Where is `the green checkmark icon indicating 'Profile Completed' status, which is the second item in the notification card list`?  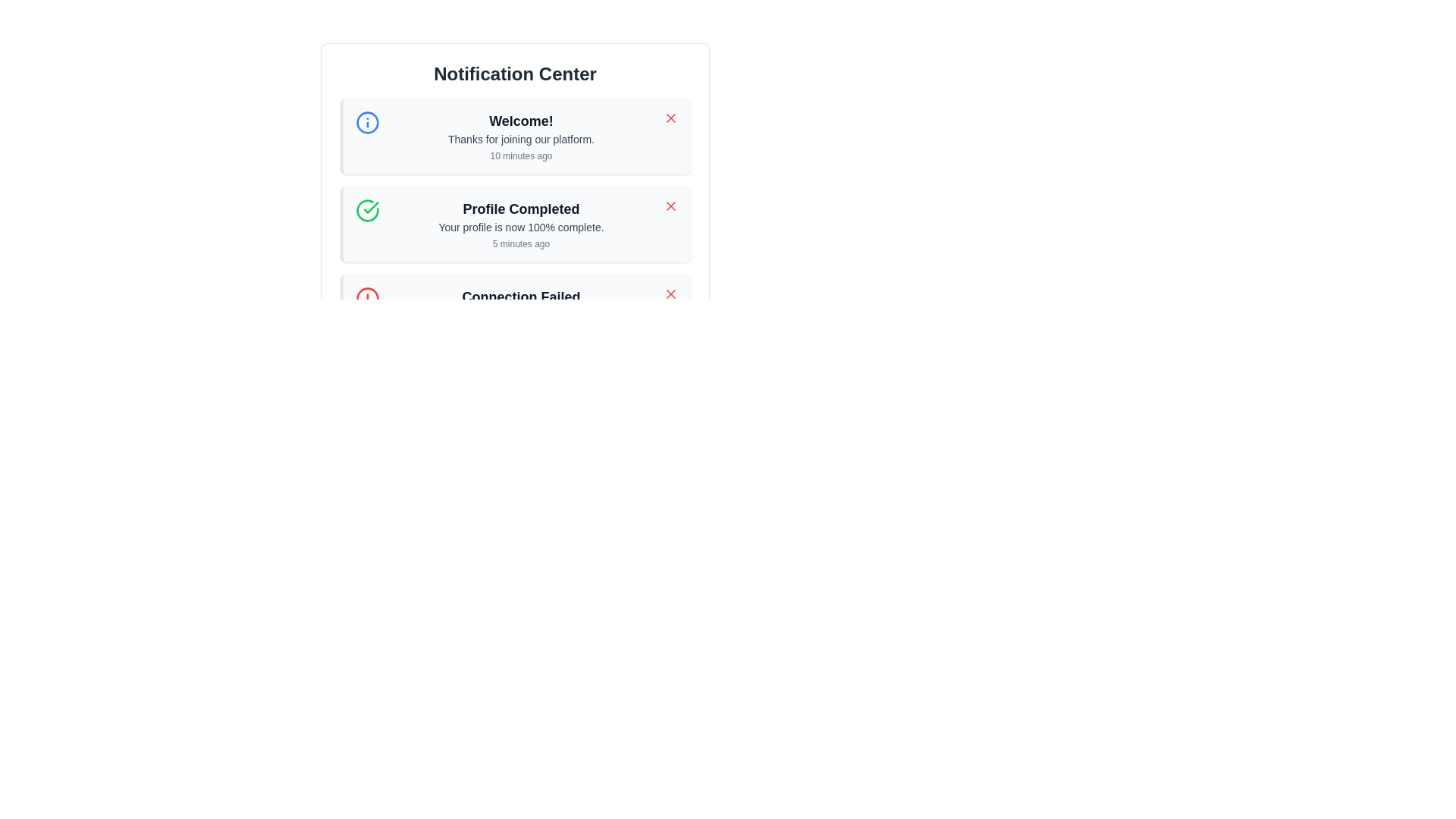
the green checkmark icon indicating 'Profile Completed' status, which is the second item in the notification card list is located at coordinates (371, 207).